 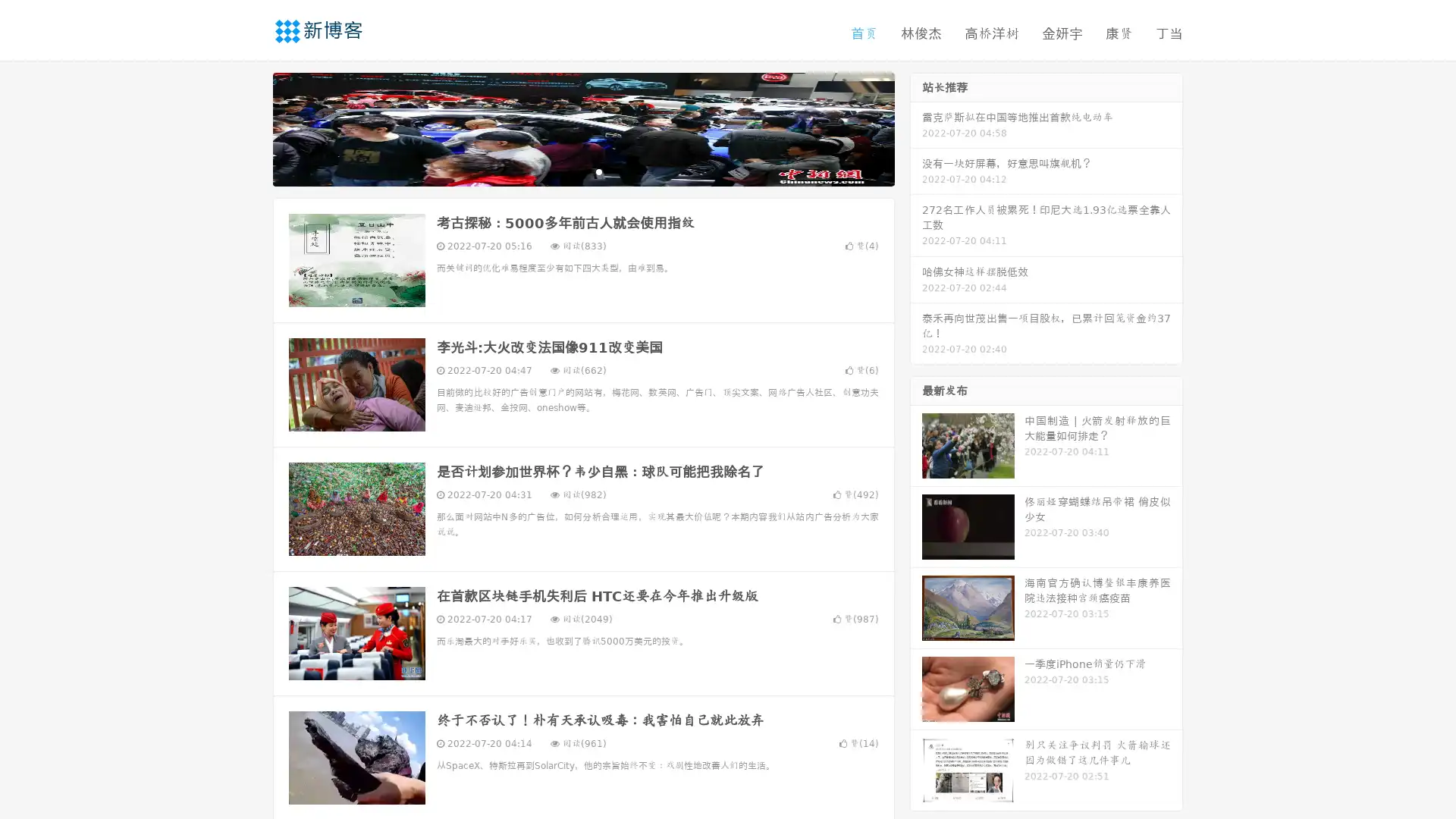 What do you see at coordinates (567, 171) in the screenshot?
I see `Go to slide 1` at bounding box center [567, 171].